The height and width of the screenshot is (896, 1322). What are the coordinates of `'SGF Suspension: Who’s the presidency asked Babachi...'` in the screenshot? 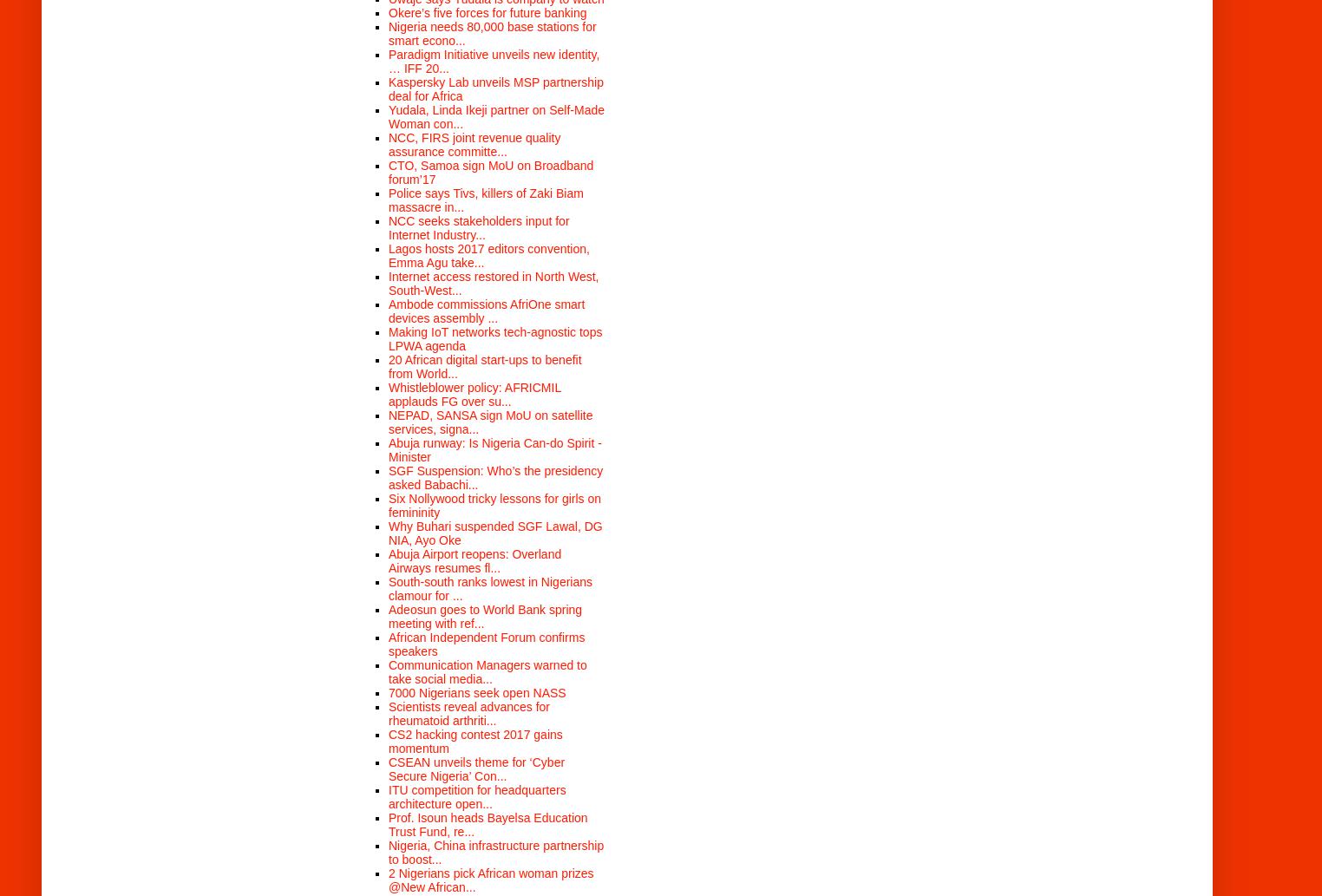 It's located at (494, 475).